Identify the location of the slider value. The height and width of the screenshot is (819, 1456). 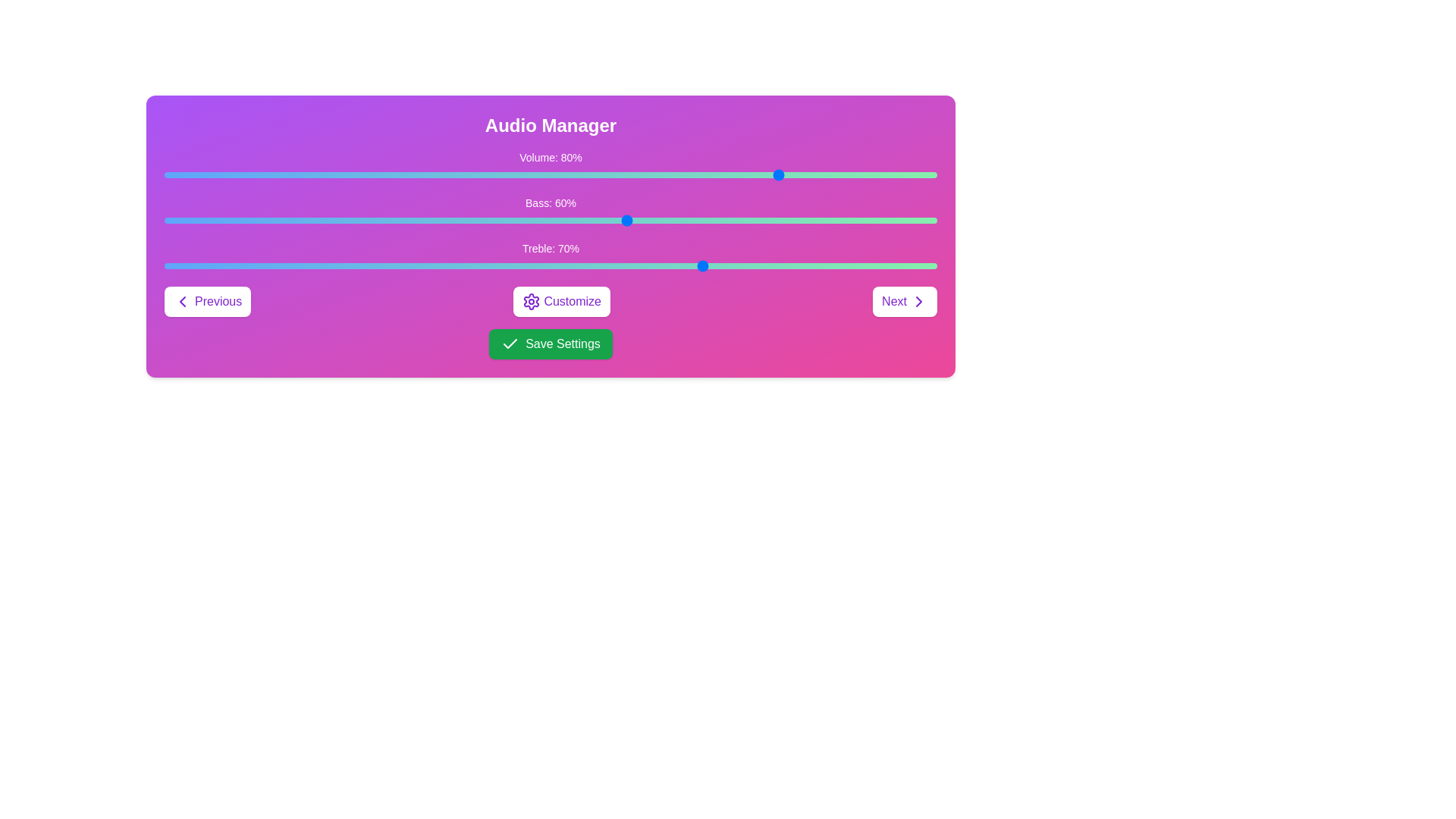
(612, 174).